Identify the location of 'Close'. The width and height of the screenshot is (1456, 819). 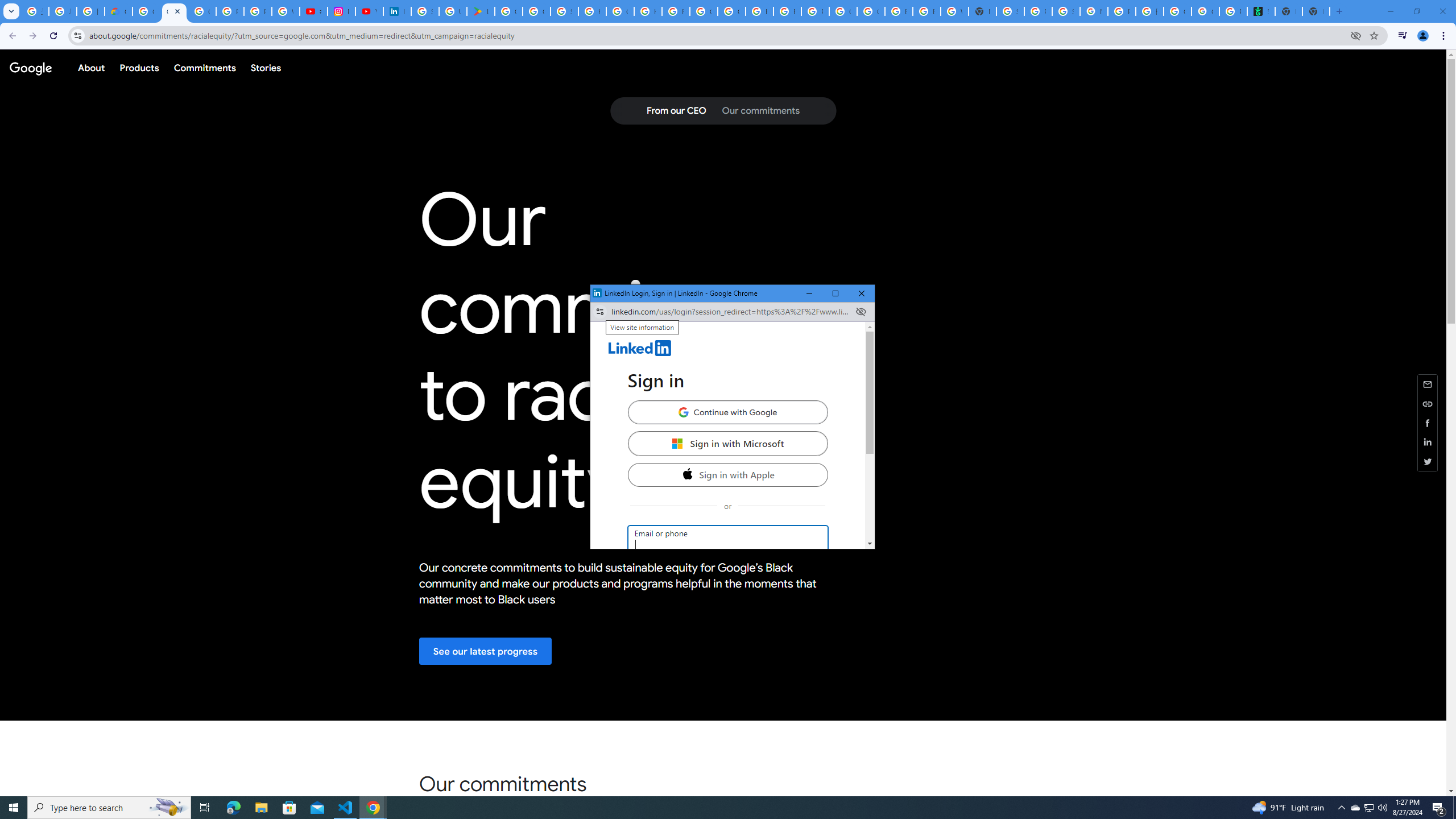
(861, 311).